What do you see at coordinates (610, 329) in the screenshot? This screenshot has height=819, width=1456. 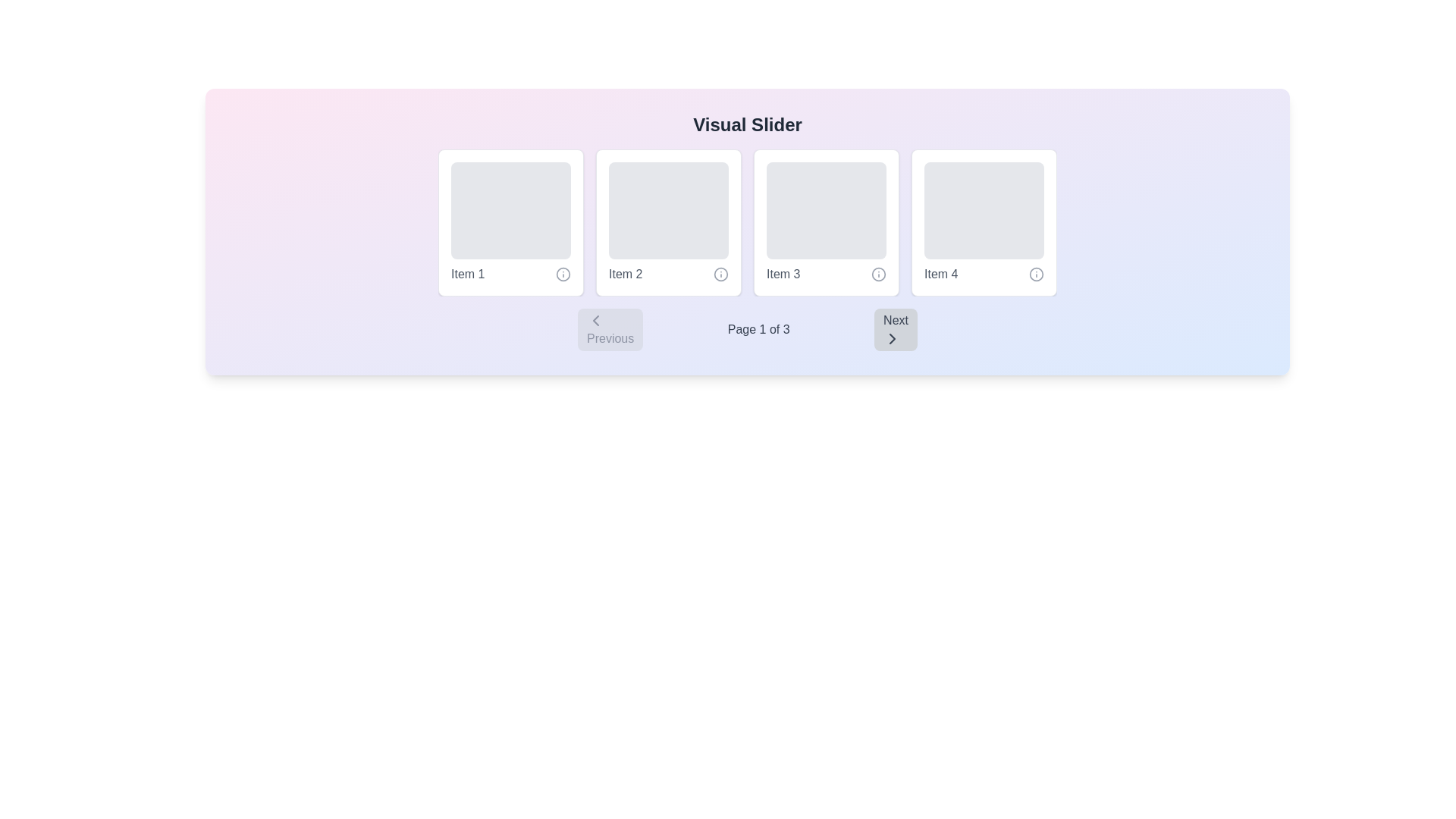 I see `the disabled button for navigating to the previous page in the pagination sequence` at bounding box center [610, 329].